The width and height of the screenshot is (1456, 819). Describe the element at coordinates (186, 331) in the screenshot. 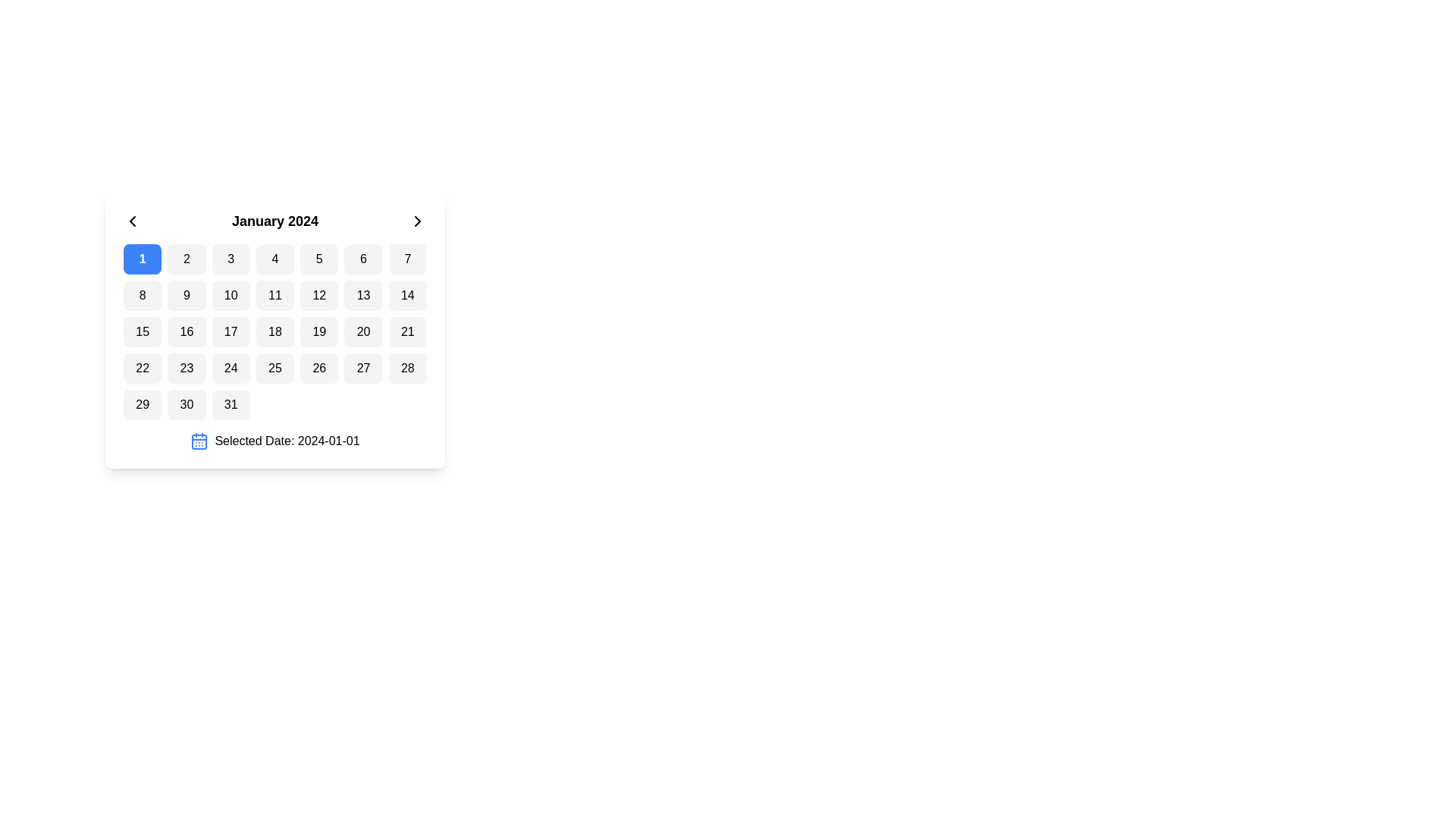

I see `the Calendar date cell element for the date '16' in the grid layout under 'January 2024', located in the third row and second column` at that location.